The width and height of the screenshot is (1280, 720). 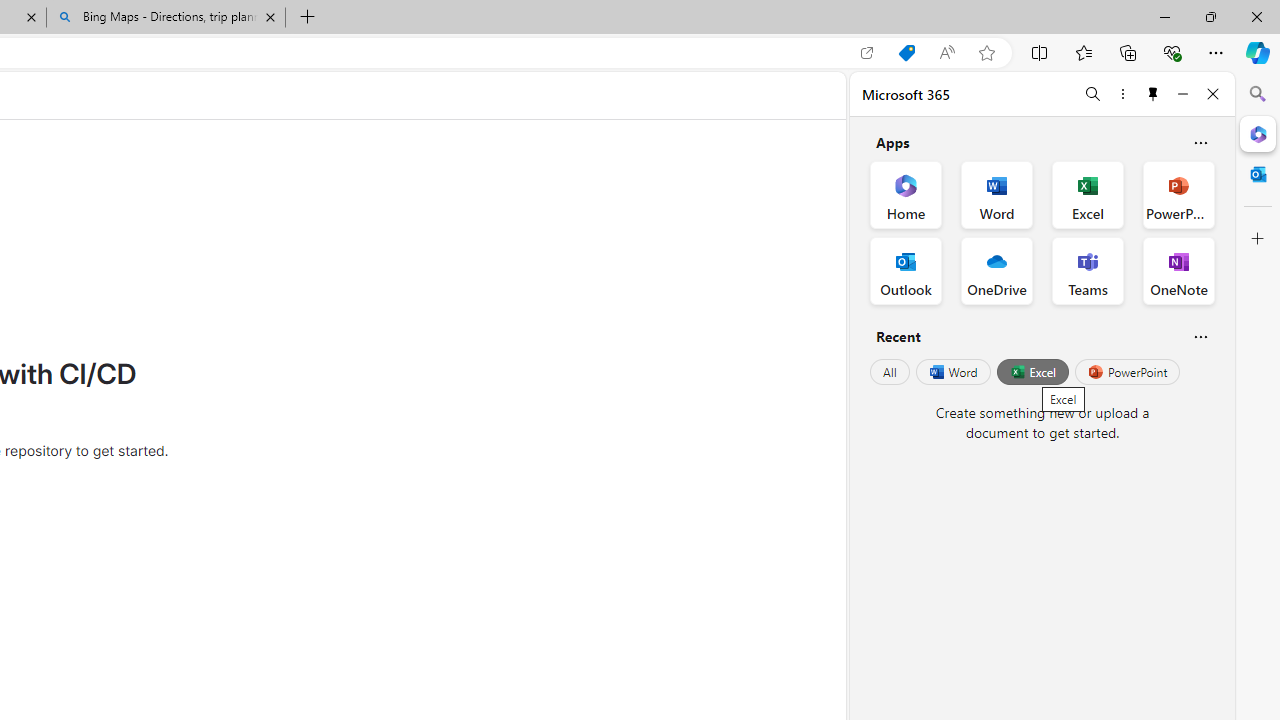 What do you see at coordinates (1127, 372) in the screenshot?
I see `'PowerPoint'` at bounding box center [1127, 372].